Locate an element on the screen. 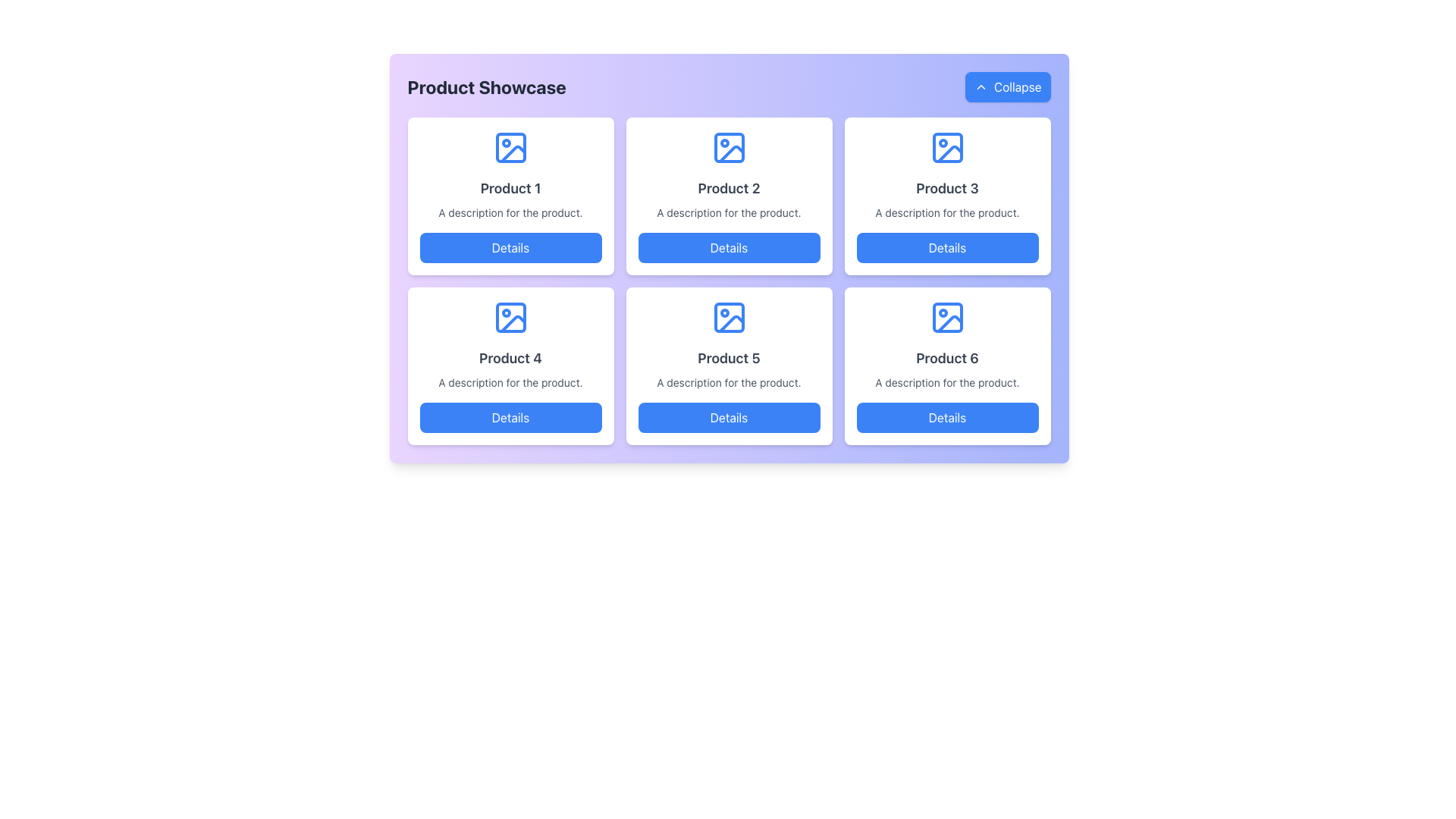 This screenshot has width=1456, height=819. the Decorative Icon Detail, which is a thin curved line resembling a mountain slope, located within the graphical image icon of the 'Product 4' box is located at coordinates (513, 323).